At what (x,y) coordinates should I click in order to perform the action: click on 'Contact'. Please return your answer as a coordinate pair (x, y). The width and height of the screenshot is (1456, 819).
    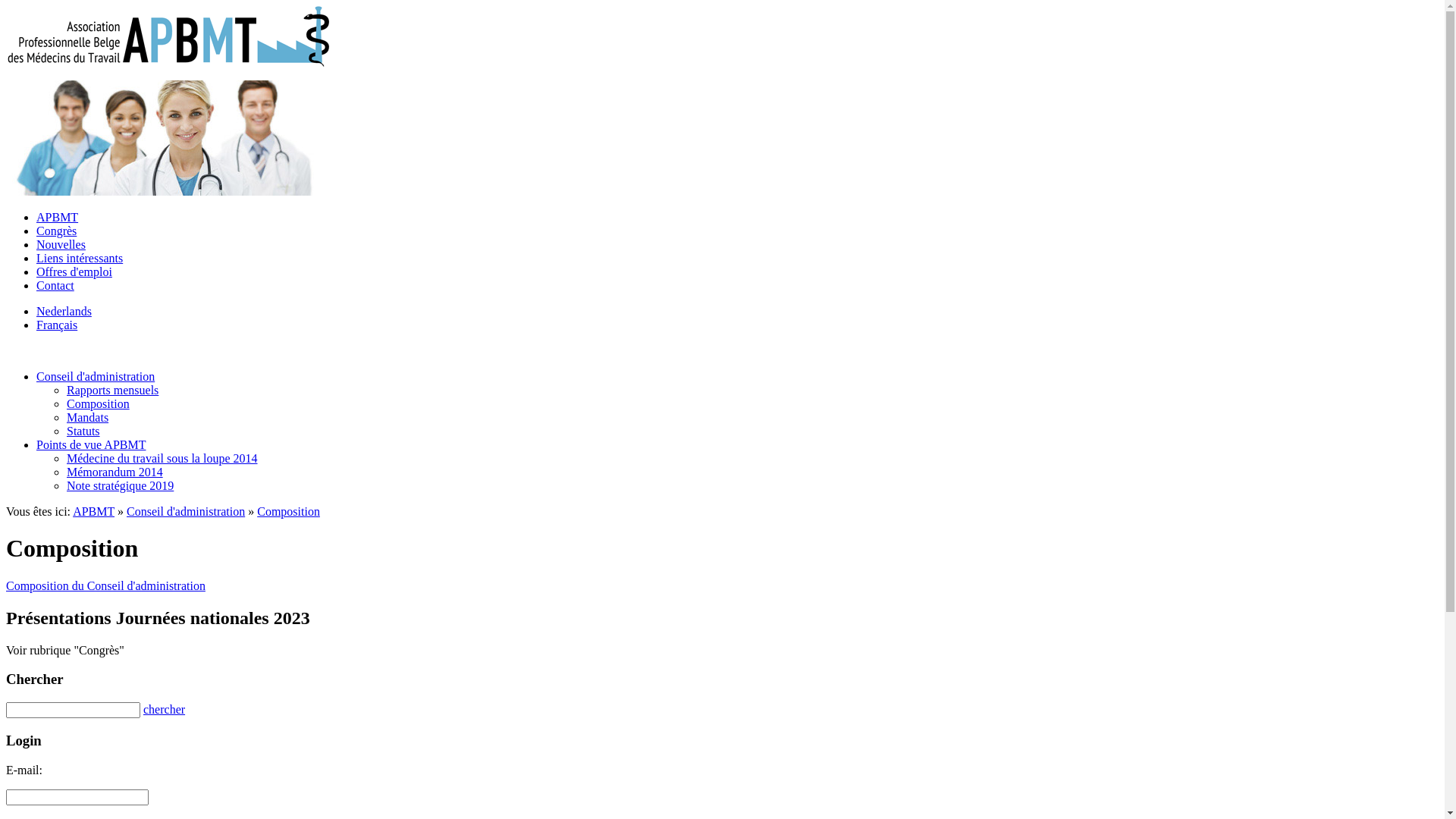
    Looking at the image, I should click on (36, 285).